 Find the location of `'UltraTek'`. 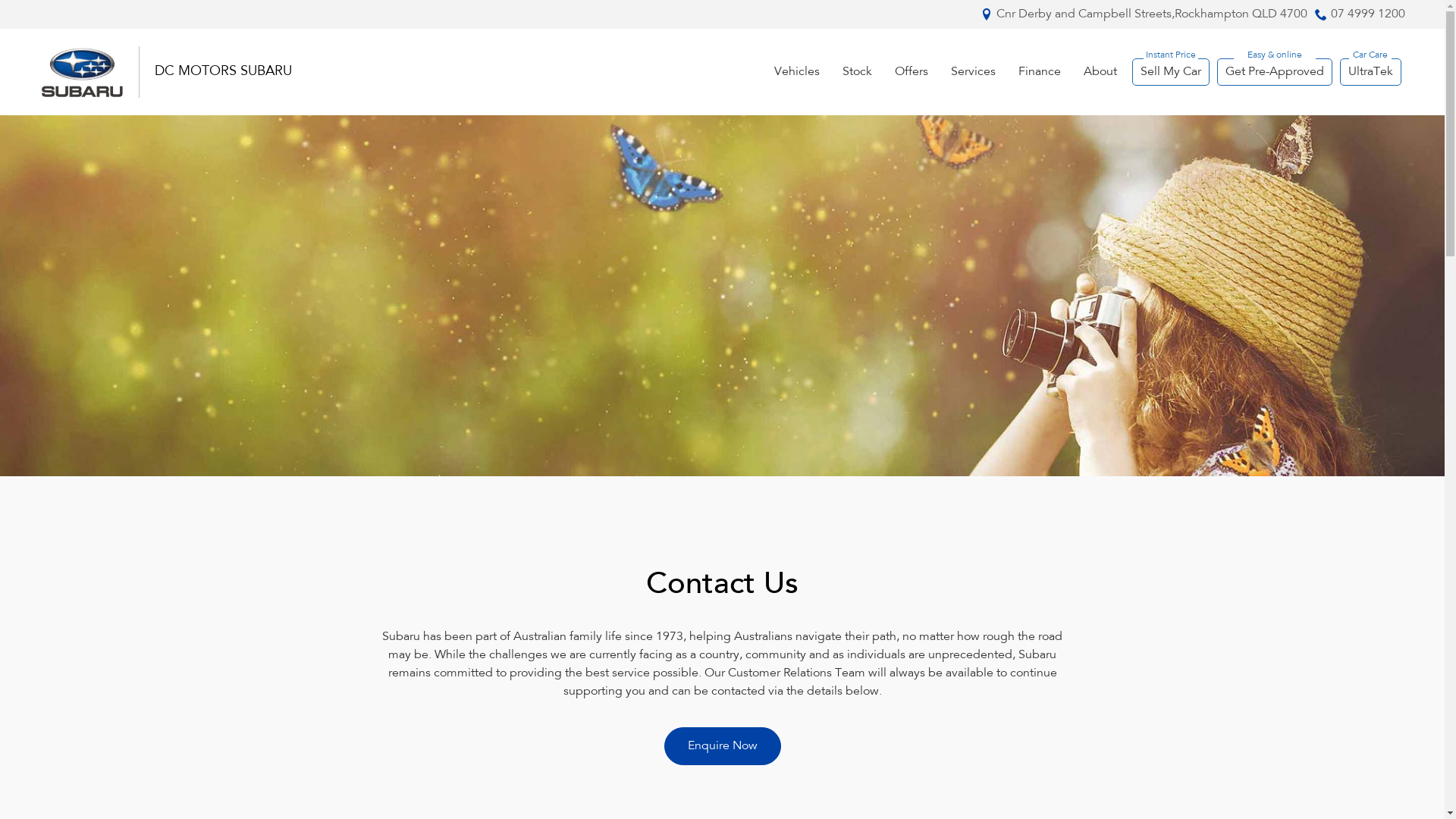

'UltraTek' is located at coordinates (1370, 72).